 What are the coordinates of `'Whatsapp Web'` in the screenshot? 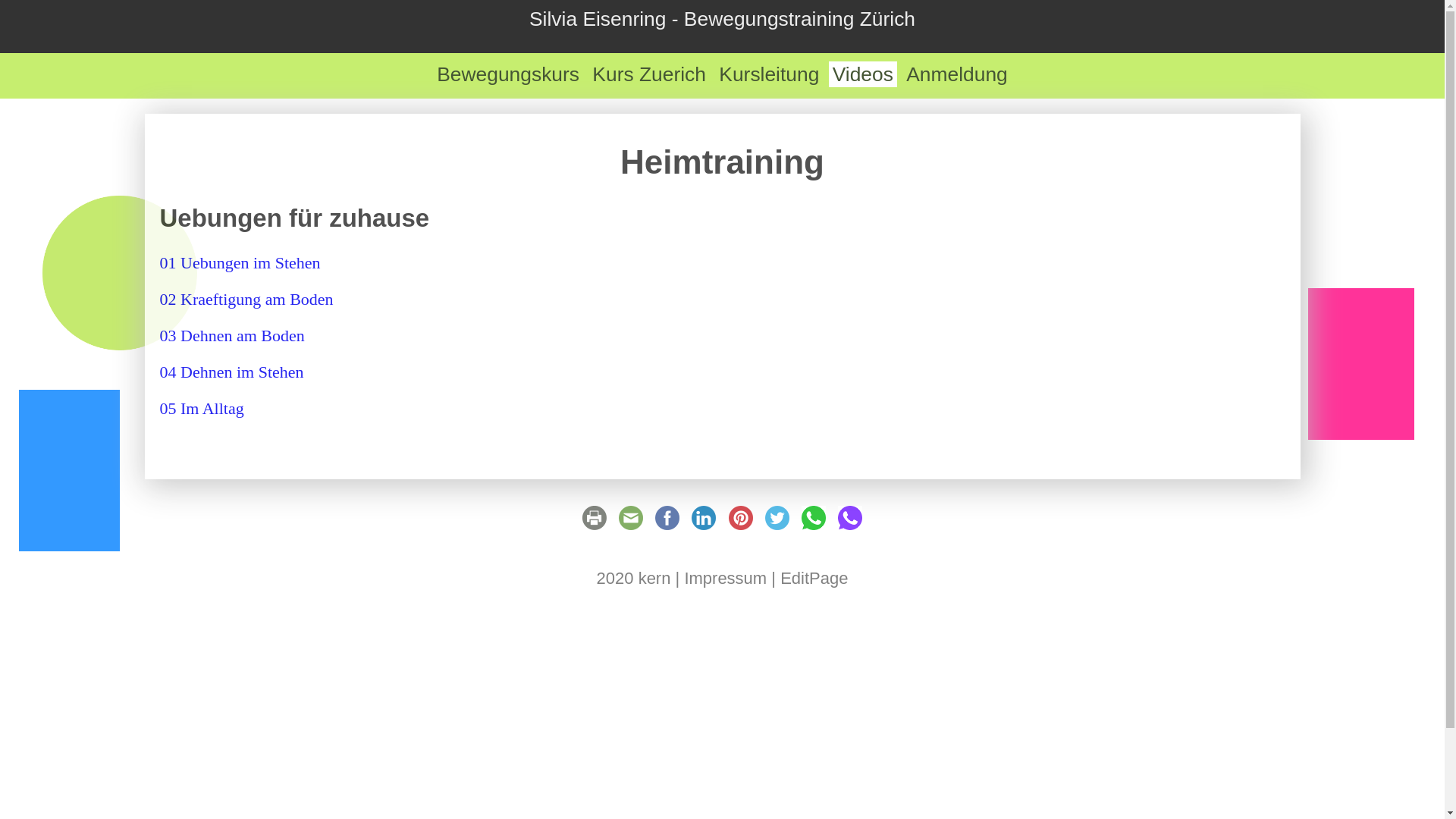 It's located at (850, 523).